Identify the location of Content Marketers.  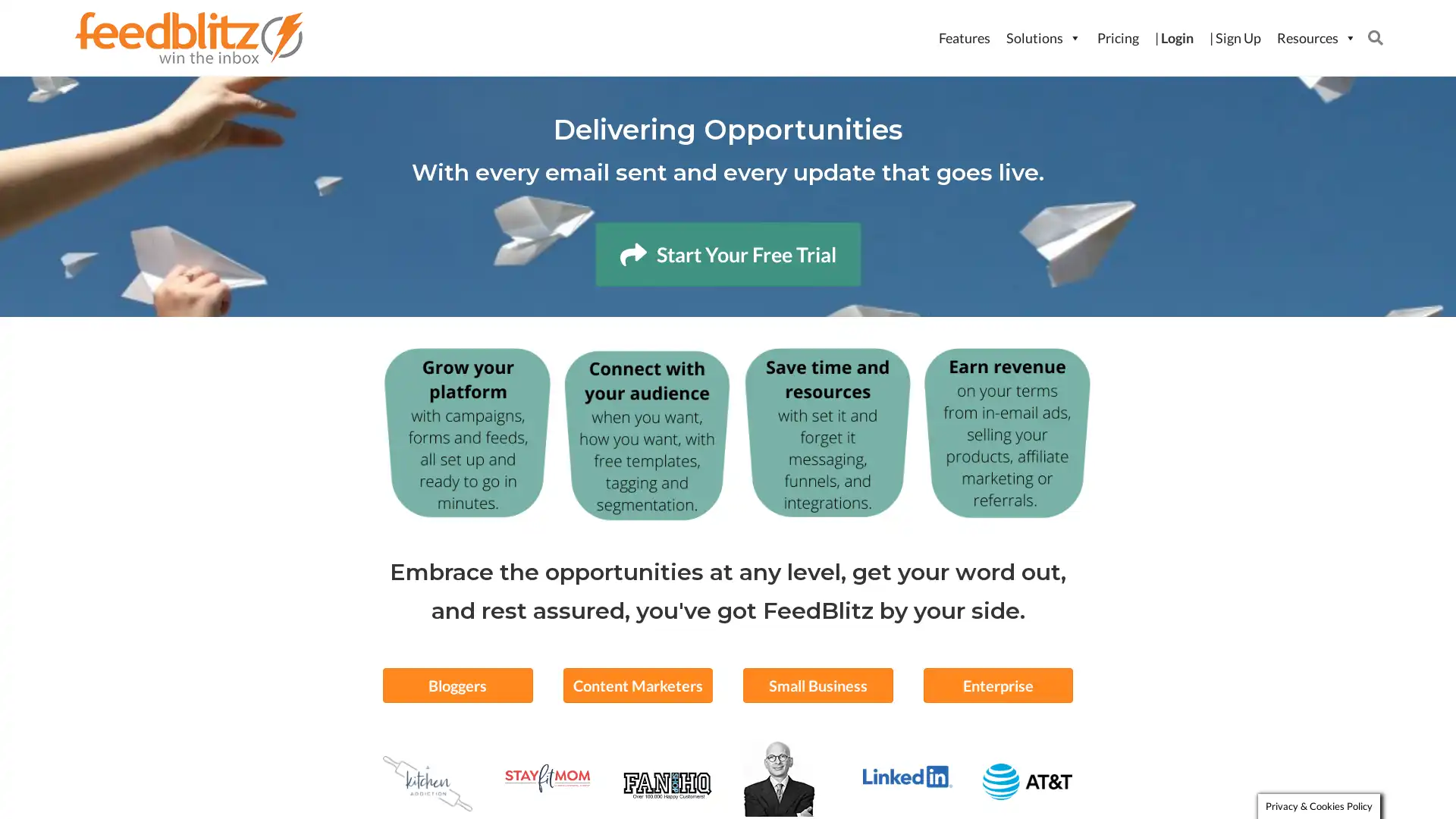
(637, 684).